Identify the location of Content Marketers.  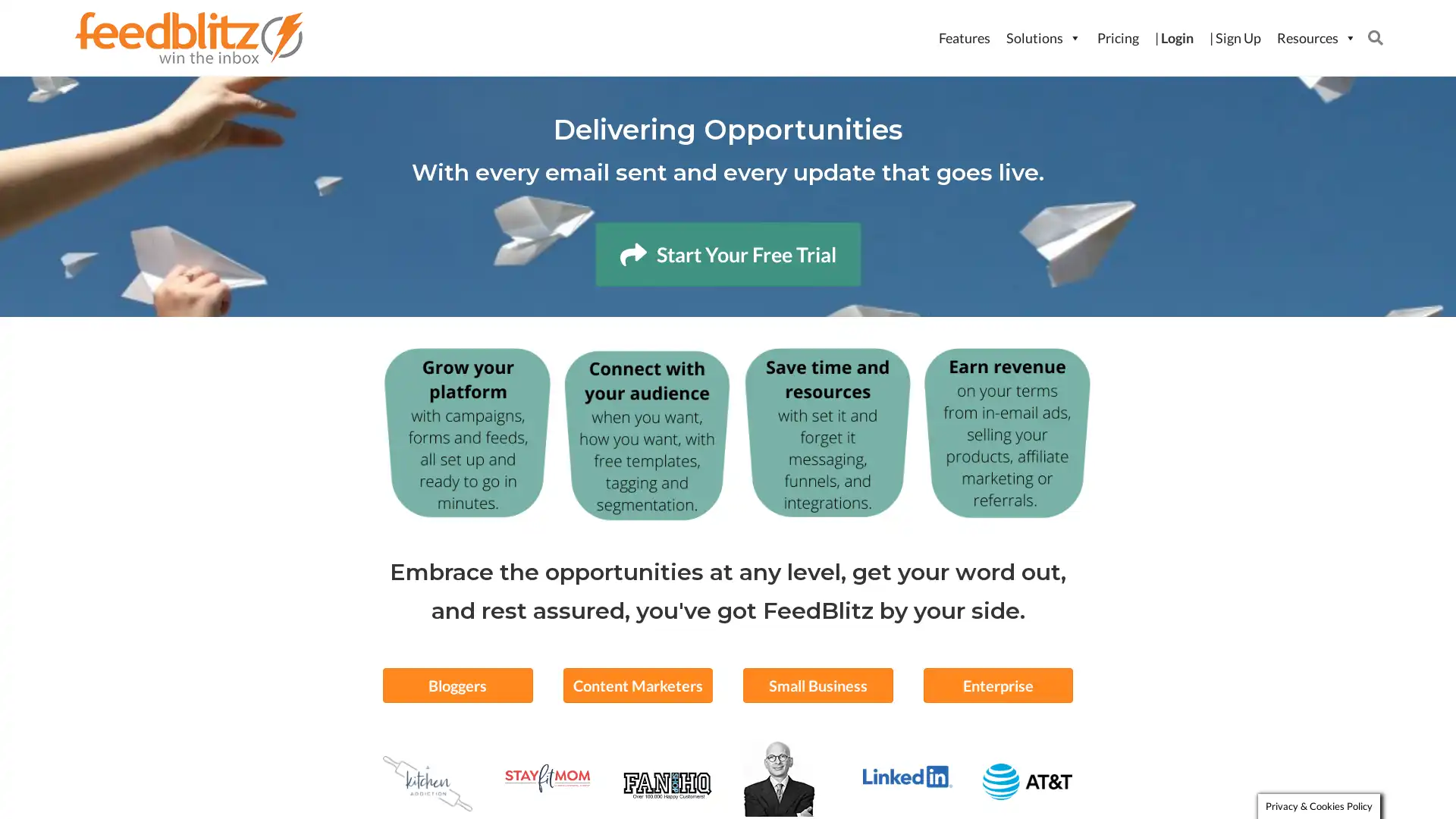
(637, 684).